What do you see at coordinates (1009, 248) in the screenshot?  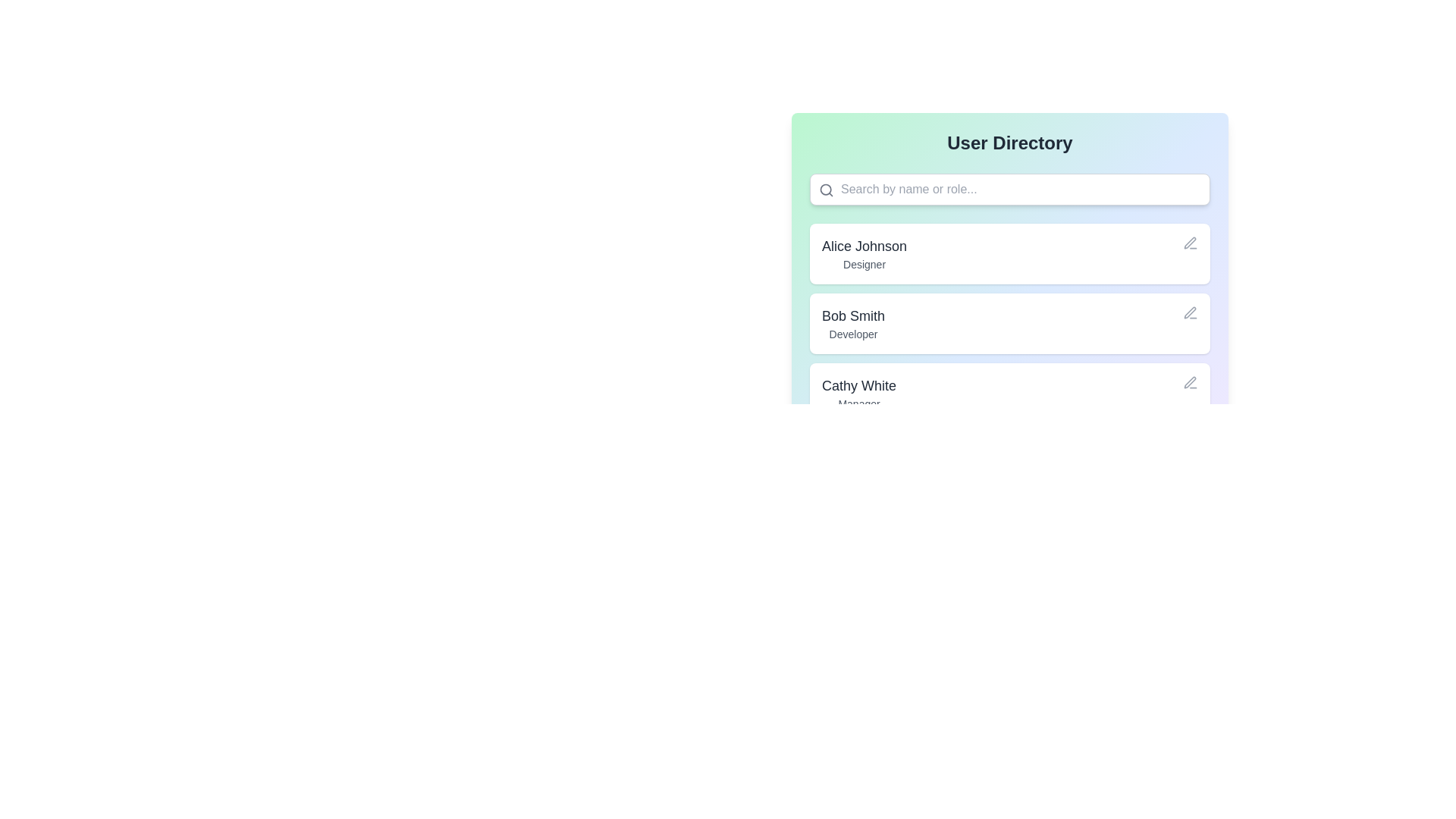 I see `the card for user 'Alice Johnson', the first item` at bounding box center [1009, 248].